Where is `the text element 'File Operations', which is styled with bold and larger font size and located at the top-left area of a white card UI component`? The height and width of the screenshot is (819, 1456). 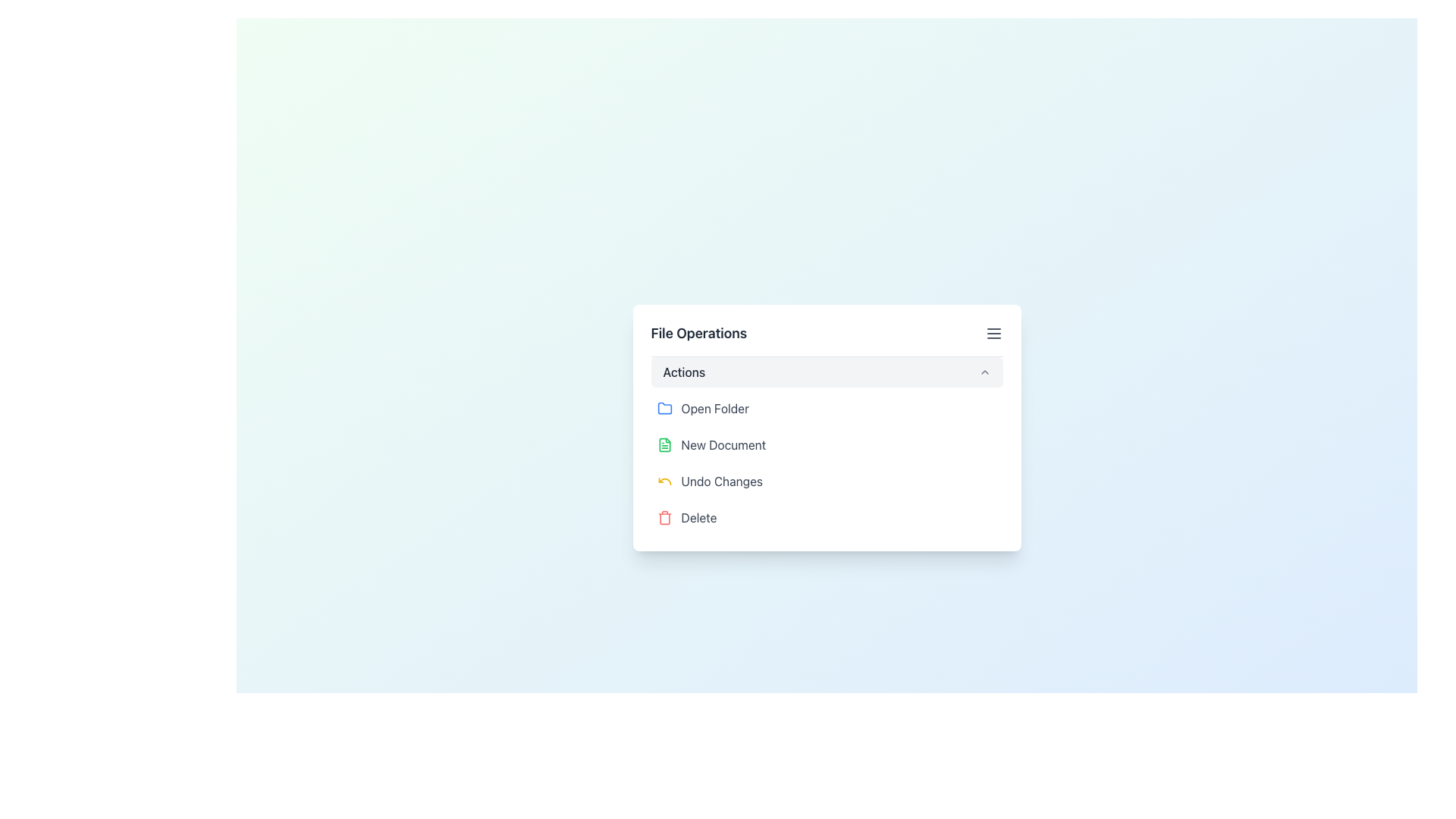
the text element 'File Operations', which is styled with bold and larger font size and located at the top-left area of a white card UI component is located at coordinates (698, 332).